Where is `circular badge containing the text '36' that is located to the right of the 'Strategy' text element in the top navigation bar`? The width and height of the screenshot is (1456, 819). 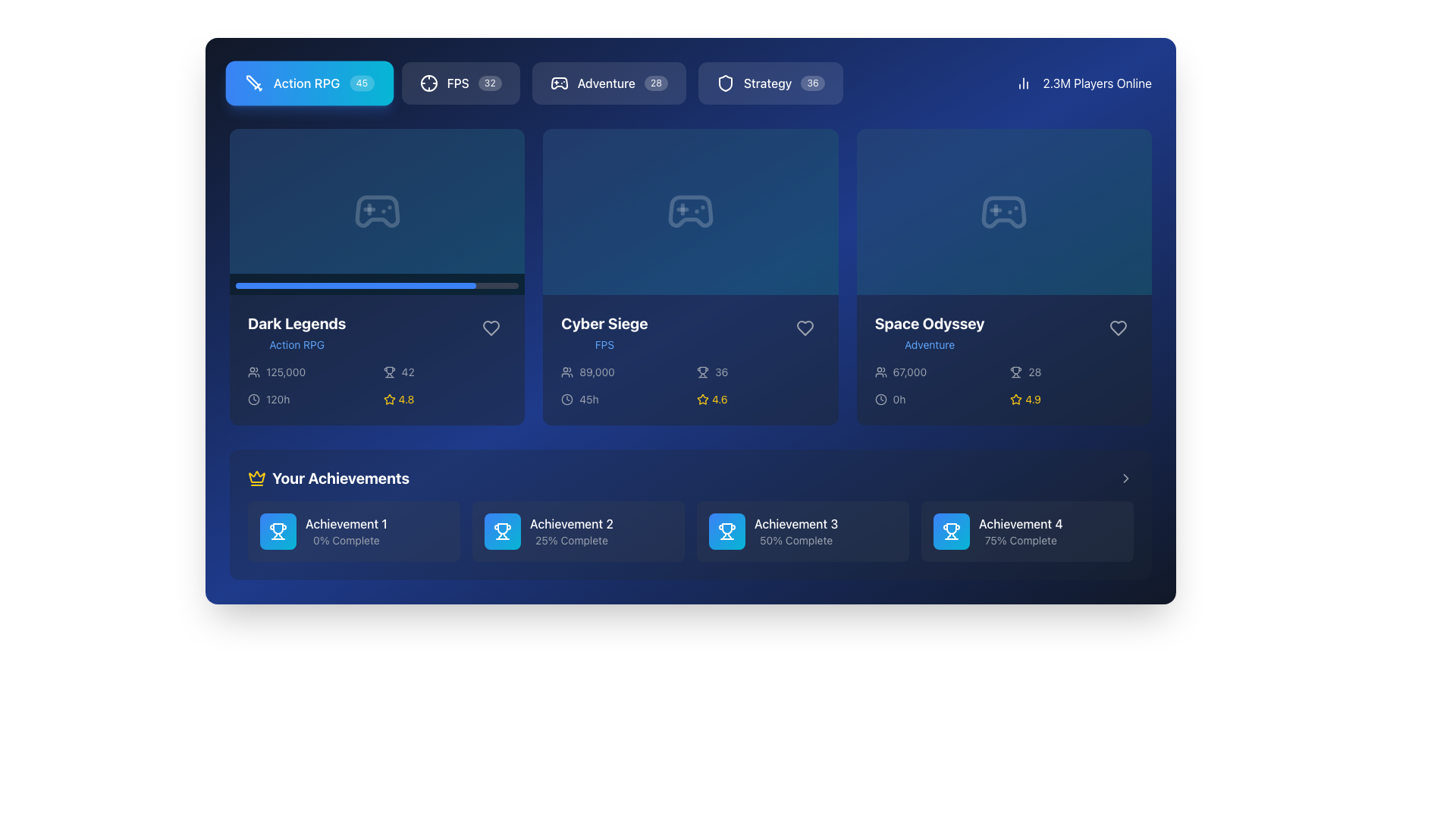
circular badge containing the text '36' that is located to the right of the 'Strategy' text element in the top navigation bar is located at coordinates (812, 83).